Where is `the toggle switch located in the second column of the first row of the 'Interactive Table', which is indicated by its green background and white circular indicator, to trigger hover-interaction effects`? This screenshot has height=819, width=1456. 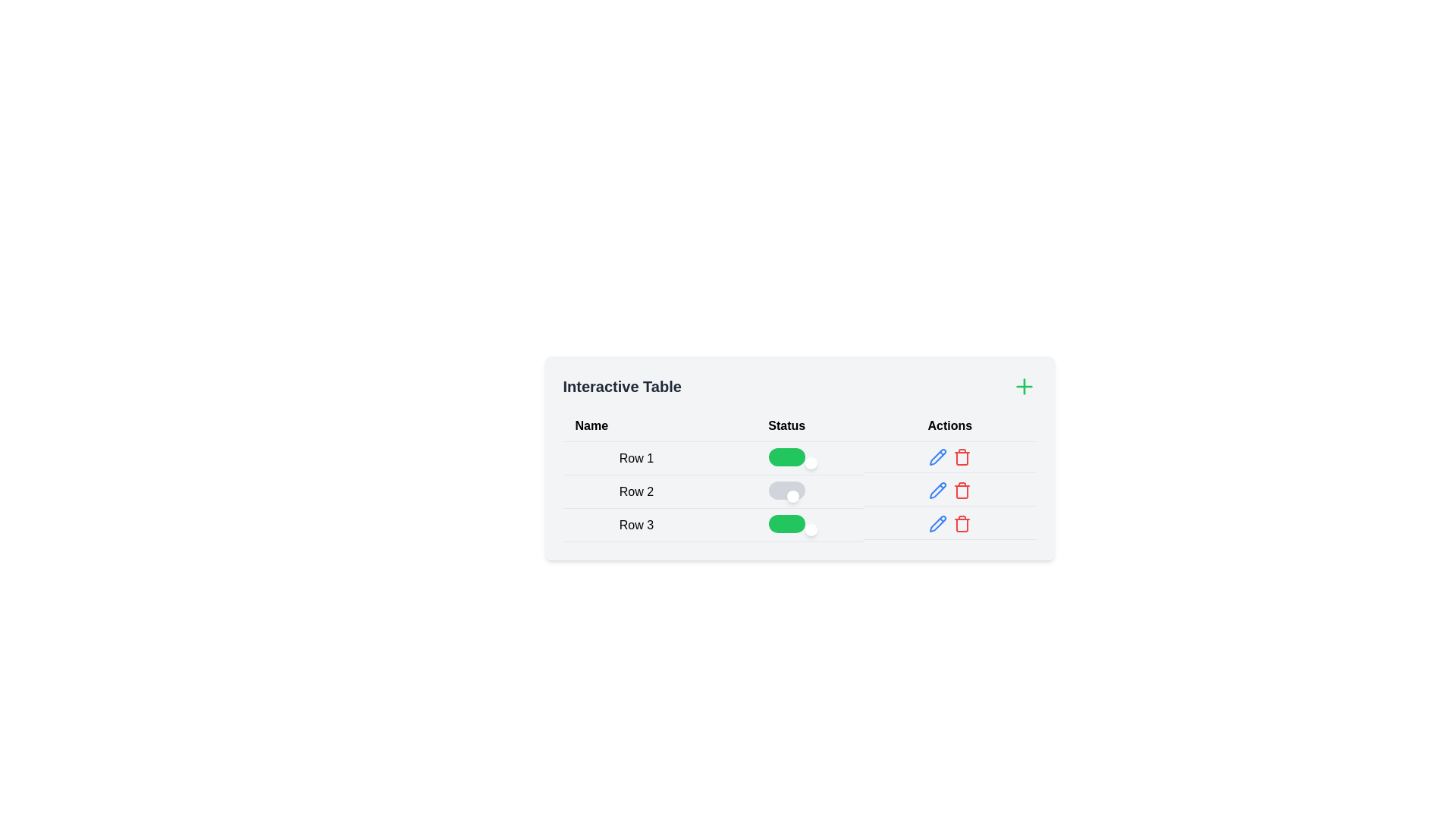
the toggle switch located in the second column of the first row of the 'Interactive Table', which is indicated by its green background and white circular indicator, to trigger hover-interaction effects is located at coordinates (786, 457).